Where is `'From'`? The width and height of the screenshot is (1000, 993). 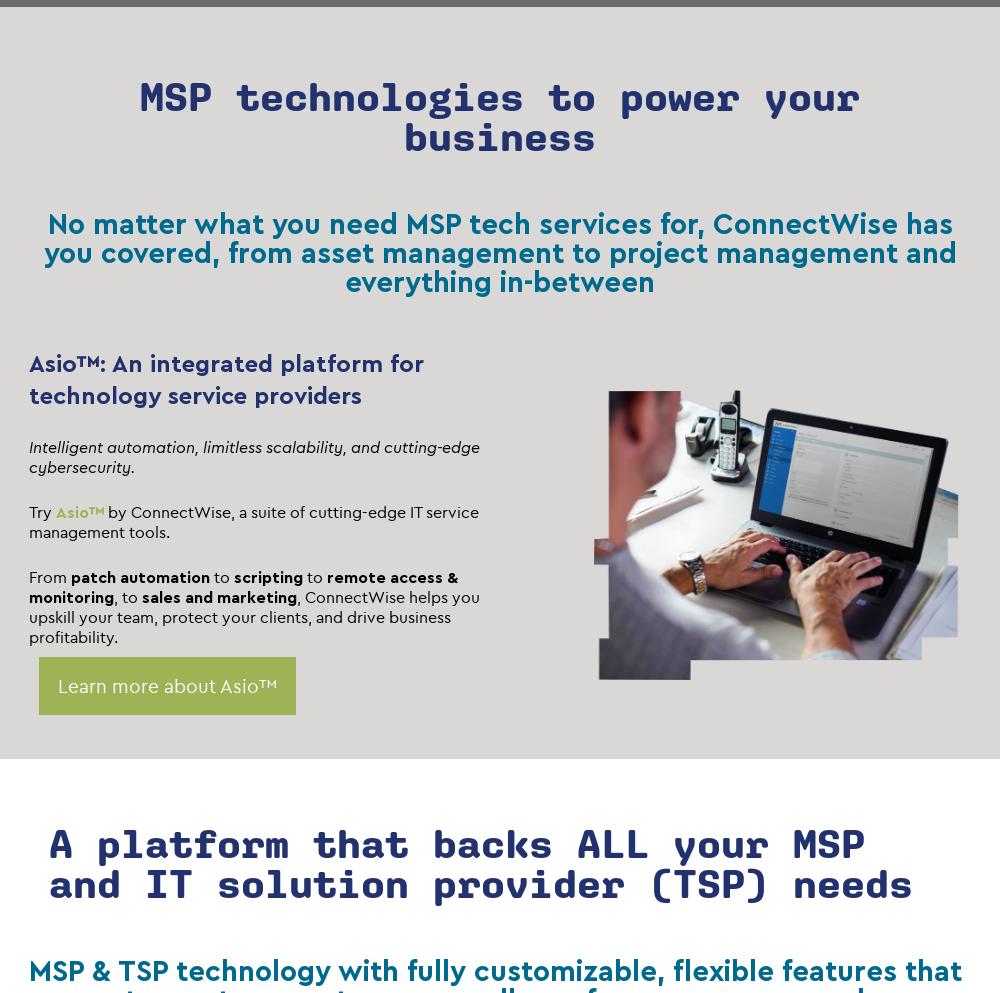
'From' is located at coordinates (29, 576).